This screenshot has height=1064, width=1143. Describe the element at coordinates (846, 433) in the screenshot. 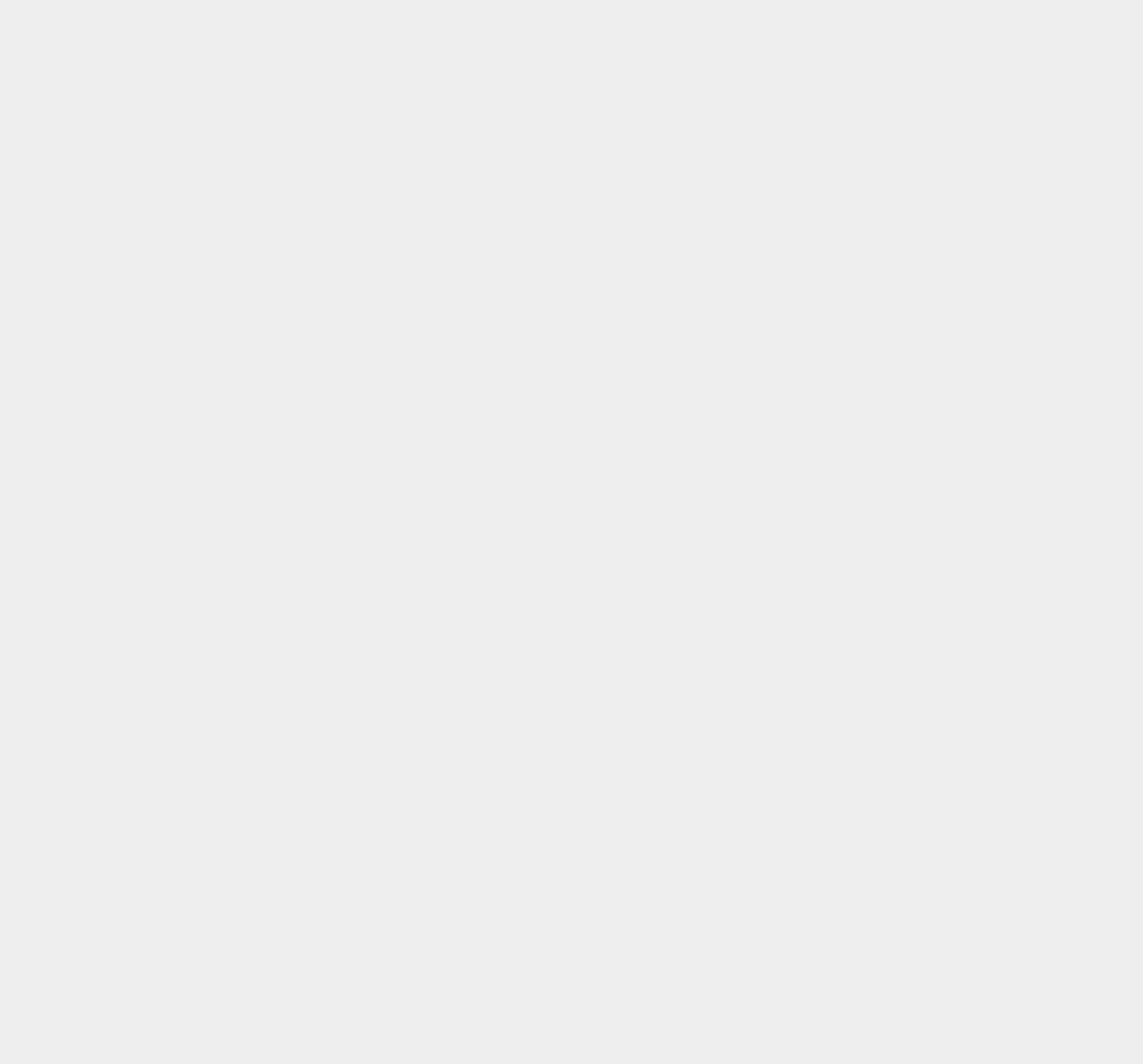

I see `'Rovio Mobile'` at that location.